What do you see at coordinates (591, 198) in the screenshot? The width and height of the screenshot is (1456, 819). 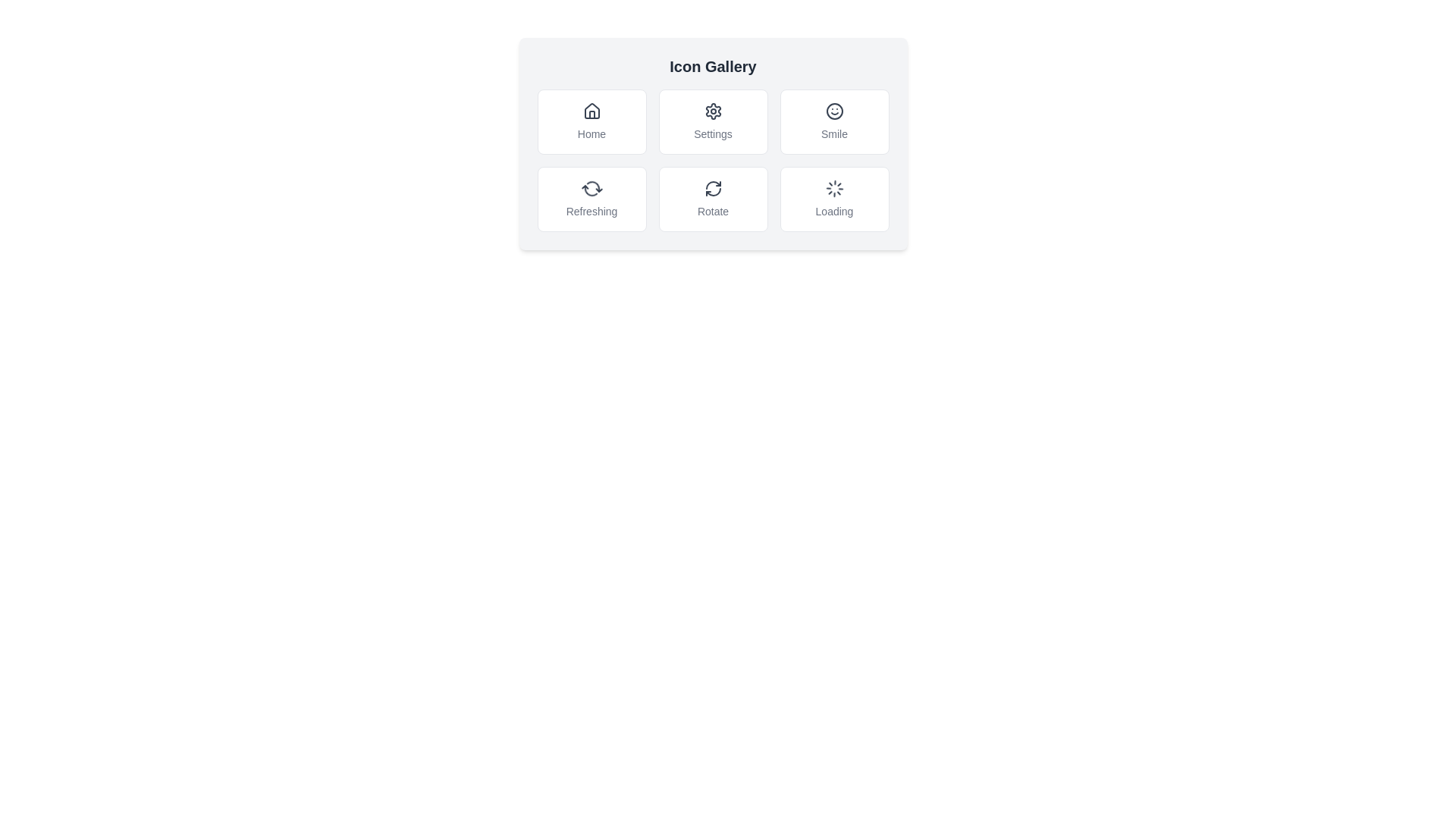 I see `the button labeled 'Refreshing' with a spinning circular arrow icon, located in the second row and first column of the 'Icon Gallery' grid` at bounding box center [591, 198].